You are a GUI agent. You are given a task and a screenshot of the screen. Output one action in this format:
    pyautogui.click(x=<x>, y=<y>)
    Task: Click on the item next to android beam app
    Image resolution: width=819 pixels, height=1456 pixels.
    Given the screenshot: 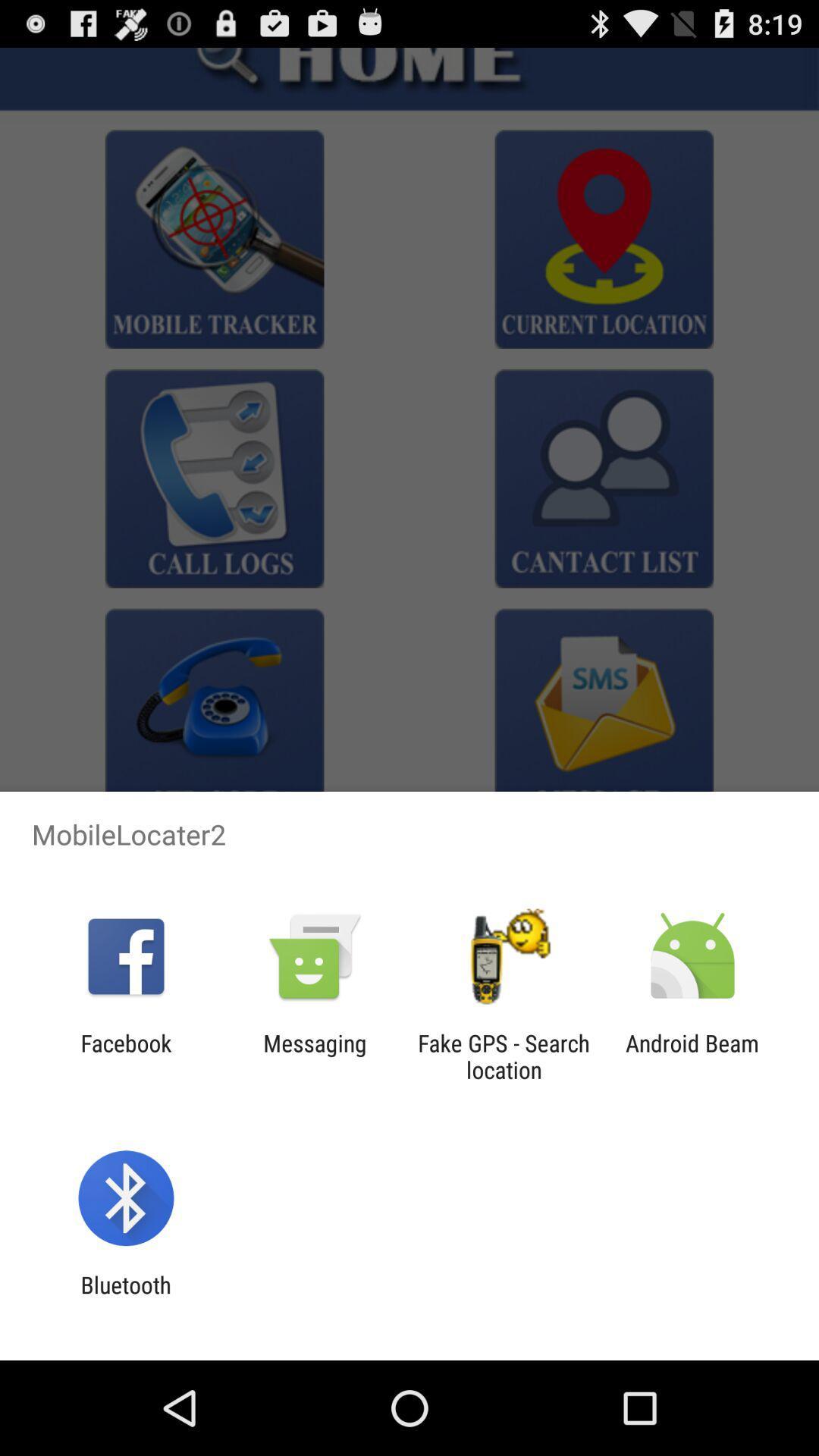 What is the action you would take?
    pyautogui.click(x=504, y=1056)
    